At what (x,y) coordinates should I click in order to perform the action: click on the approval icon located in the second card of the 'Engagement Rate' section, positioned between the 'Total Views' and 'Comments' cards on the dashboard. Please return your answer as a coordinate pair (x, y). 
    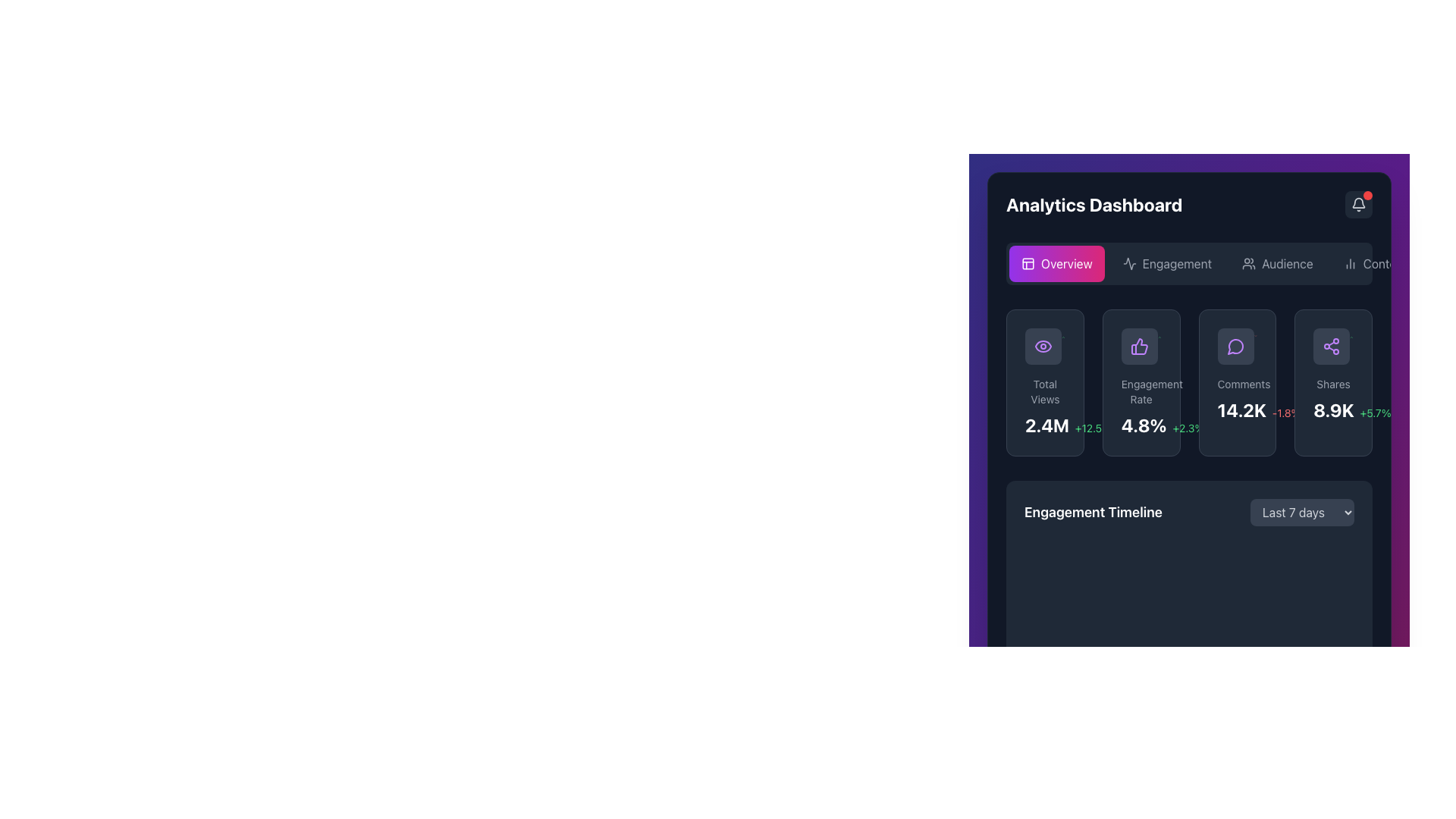
    Looking at the image, I should click on (1139, 346).